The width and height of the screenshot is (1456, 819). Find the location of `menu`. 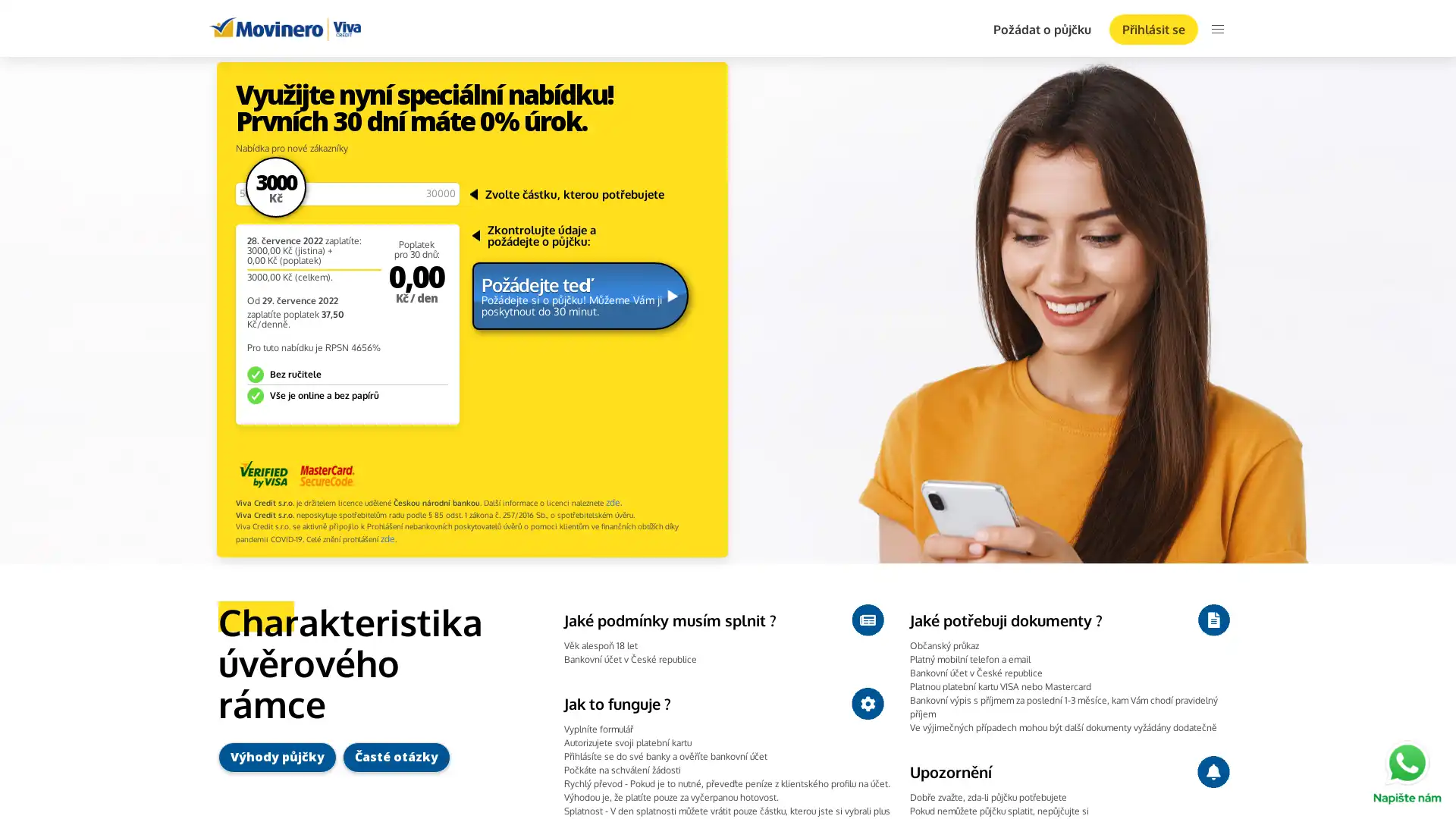

menu is located at coordinates (1218, 29).